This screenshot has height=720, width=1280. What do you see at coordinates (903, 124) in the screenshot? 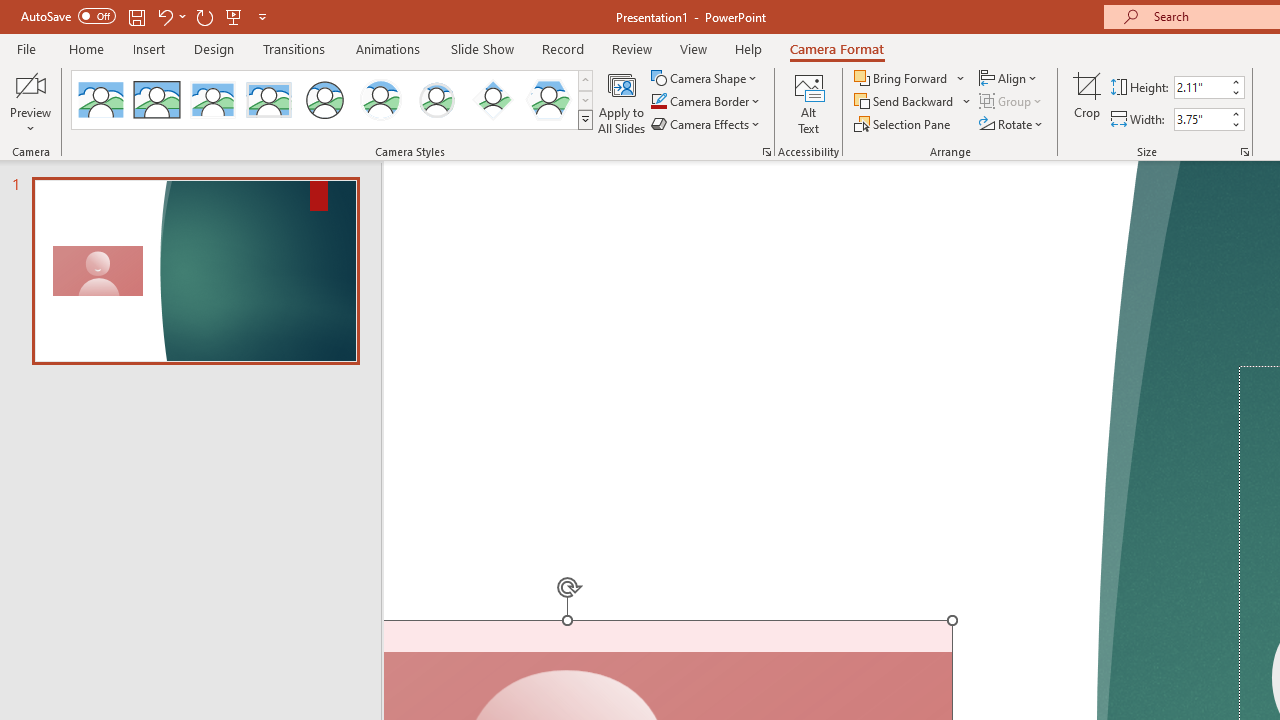
I see `'Selection Pane...'` at bounding box center [903, 124].